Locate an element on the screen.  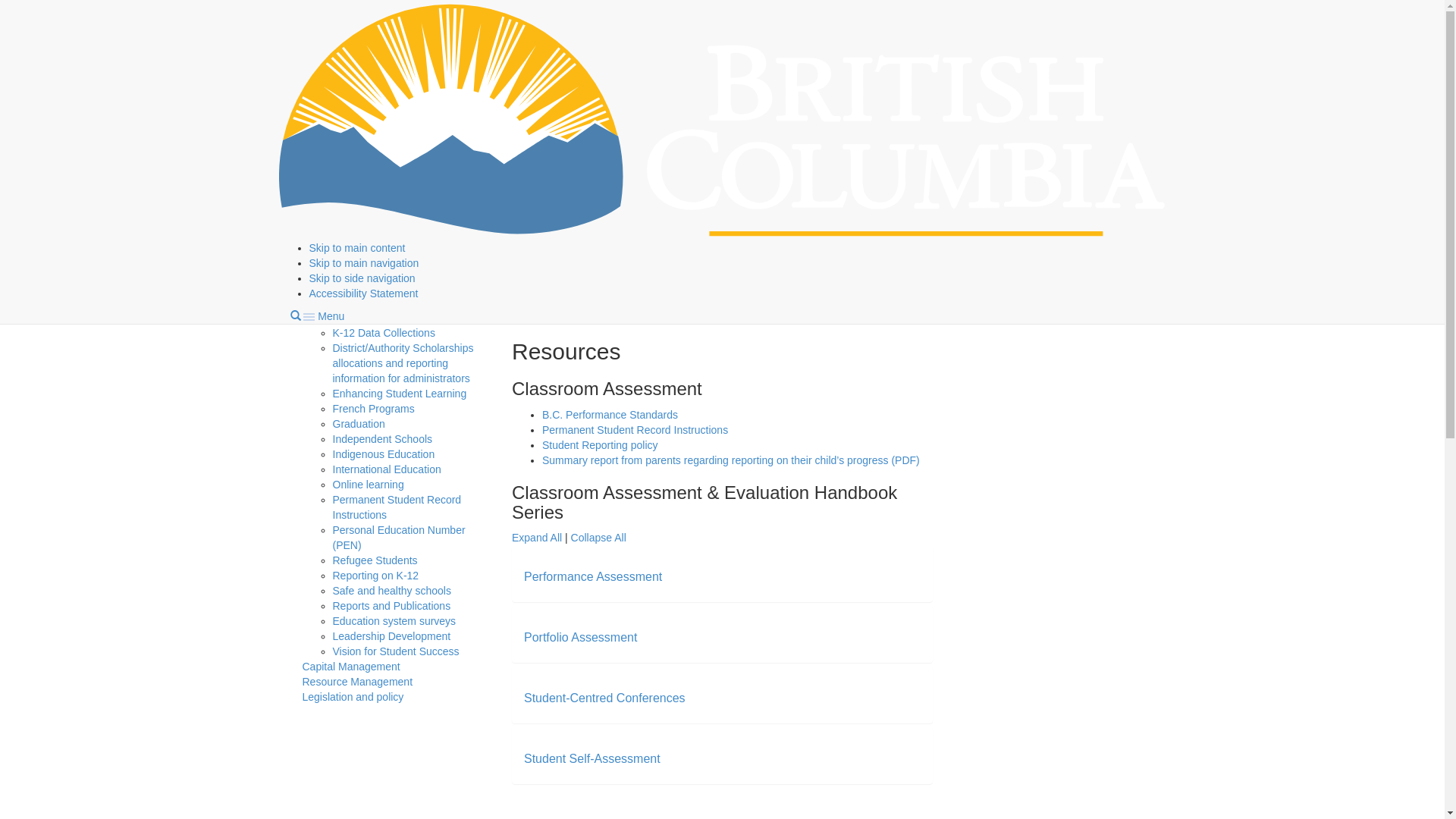
'Program management' is located at coordinates (353, 90).